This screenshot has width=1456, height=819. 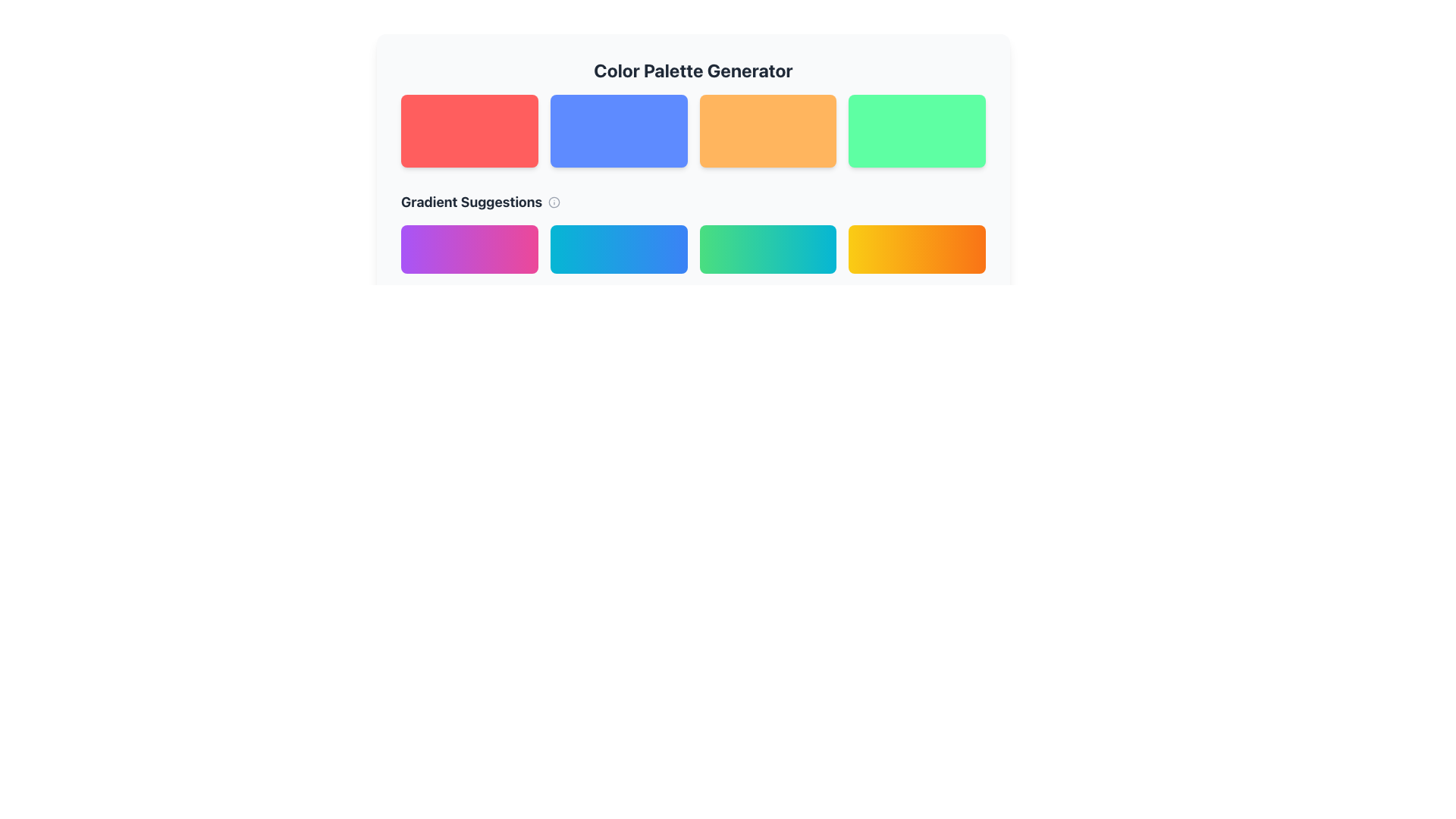 What do you see at coordinates (692, 130) in the screenshot?
I see `the colors in the color palette grid layout located under the 'Color Palette Generator' heading` at bounding box center [692, 130].